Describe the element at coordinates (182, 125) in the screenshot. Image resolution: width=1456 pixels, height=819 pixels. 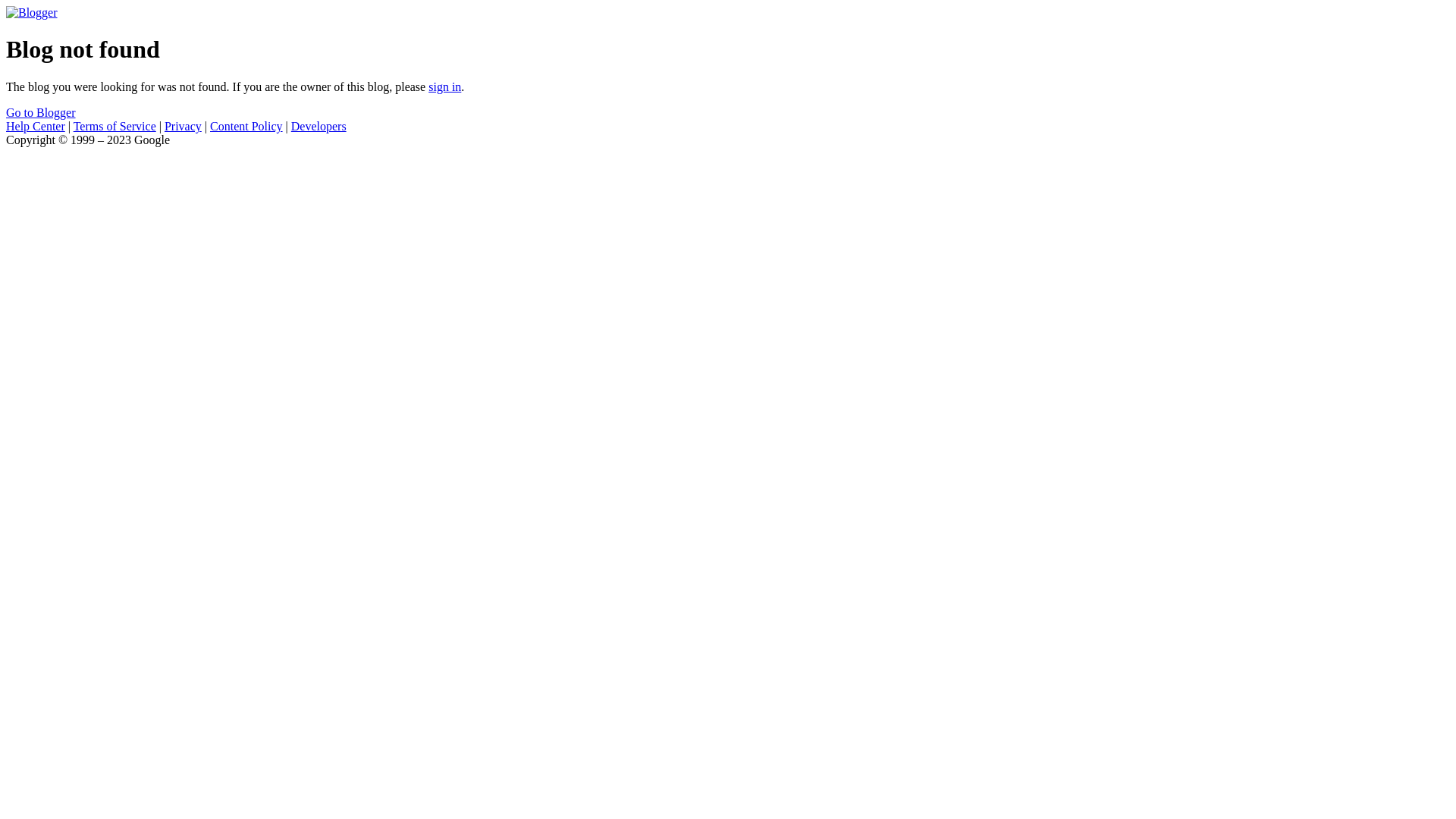
I see `'Privacy'` at that location.